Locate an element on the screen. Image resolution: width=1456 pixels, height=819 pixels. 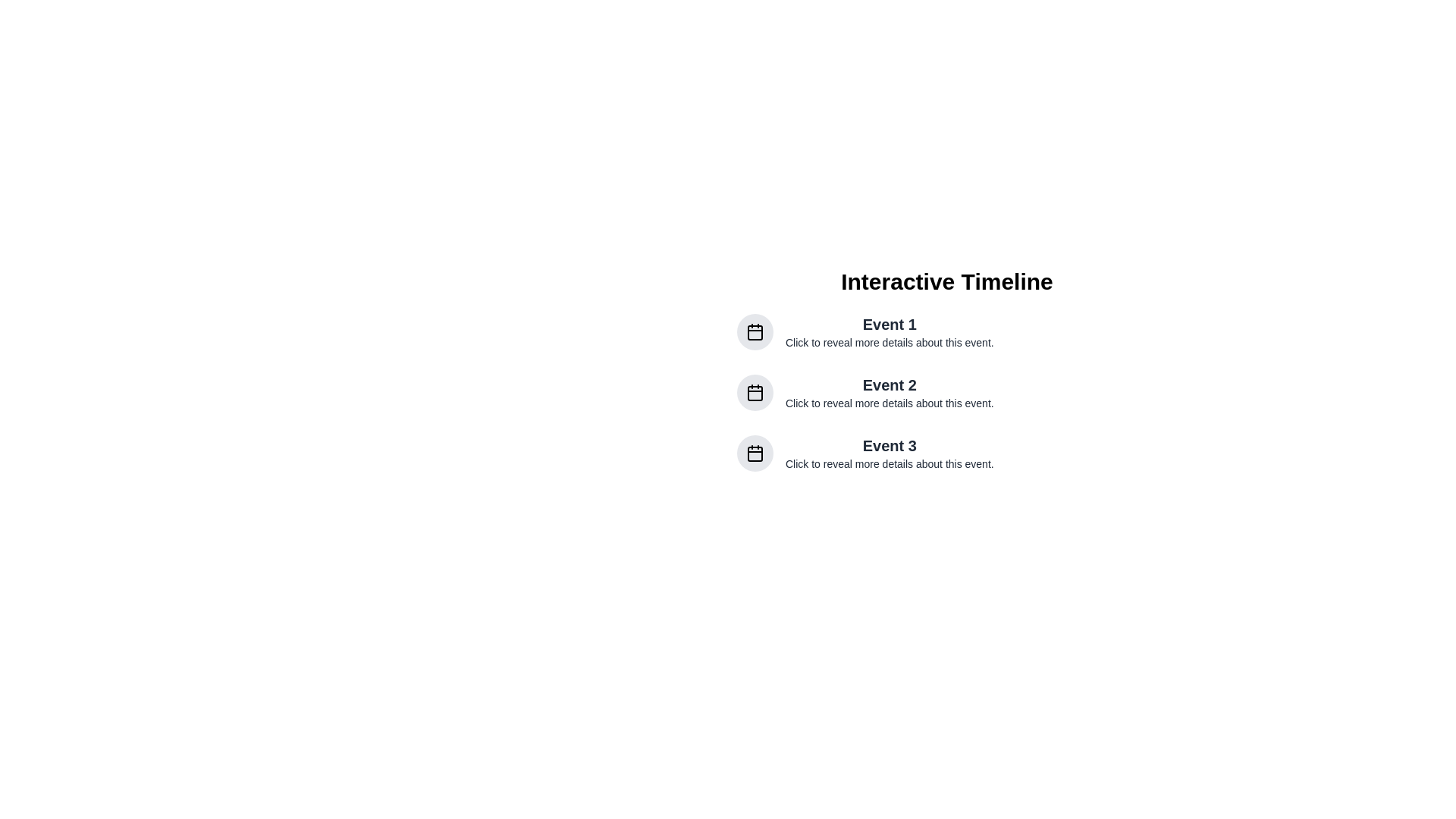
the Timeline Event Entry labeled 'Event 2' is located at coordinates (946, 391).